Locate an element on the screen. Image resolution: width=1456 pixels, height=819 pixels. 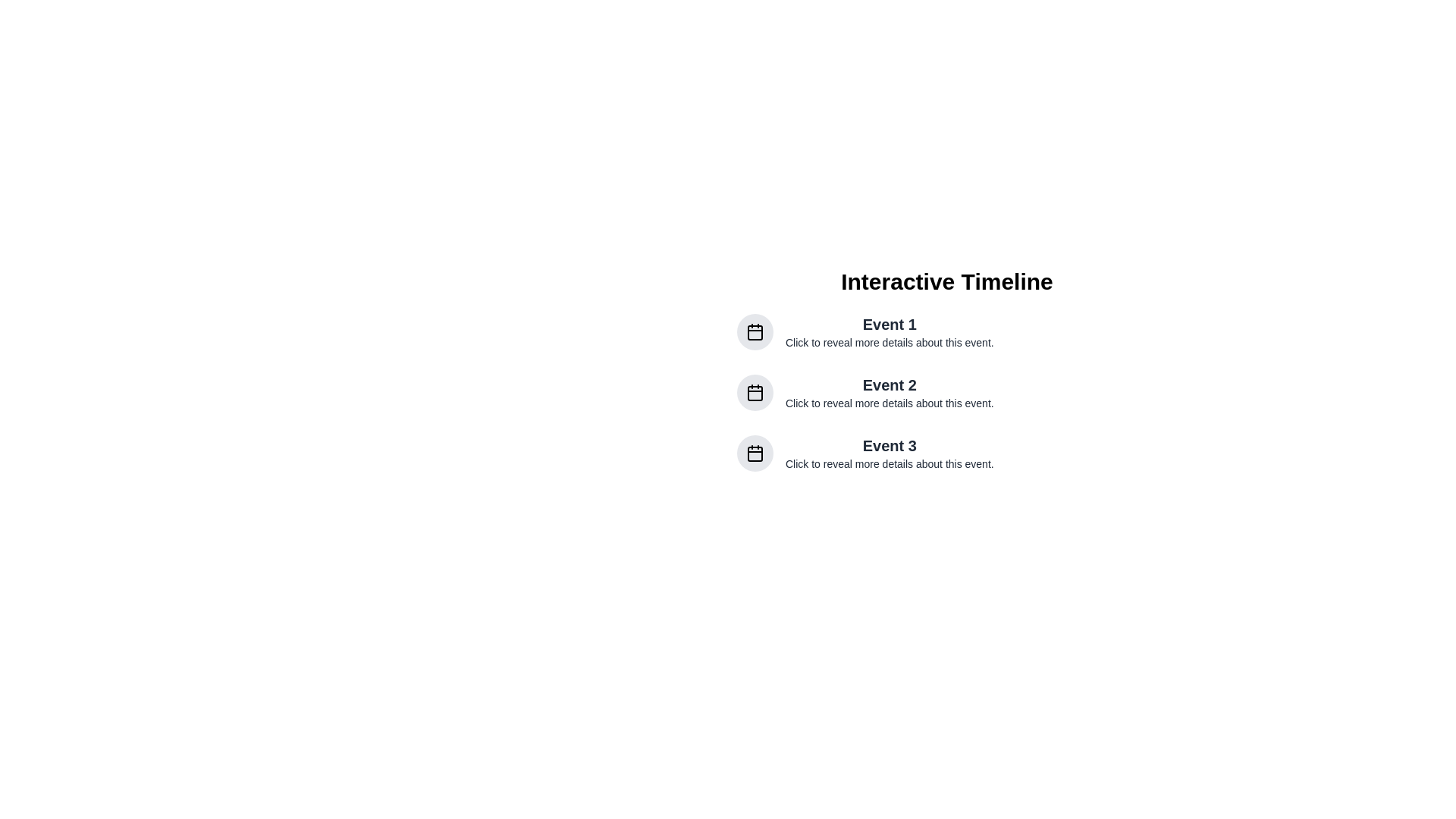
the Timeline Event Entry labeled 'Event 2' is located at coordinates (946, 391).